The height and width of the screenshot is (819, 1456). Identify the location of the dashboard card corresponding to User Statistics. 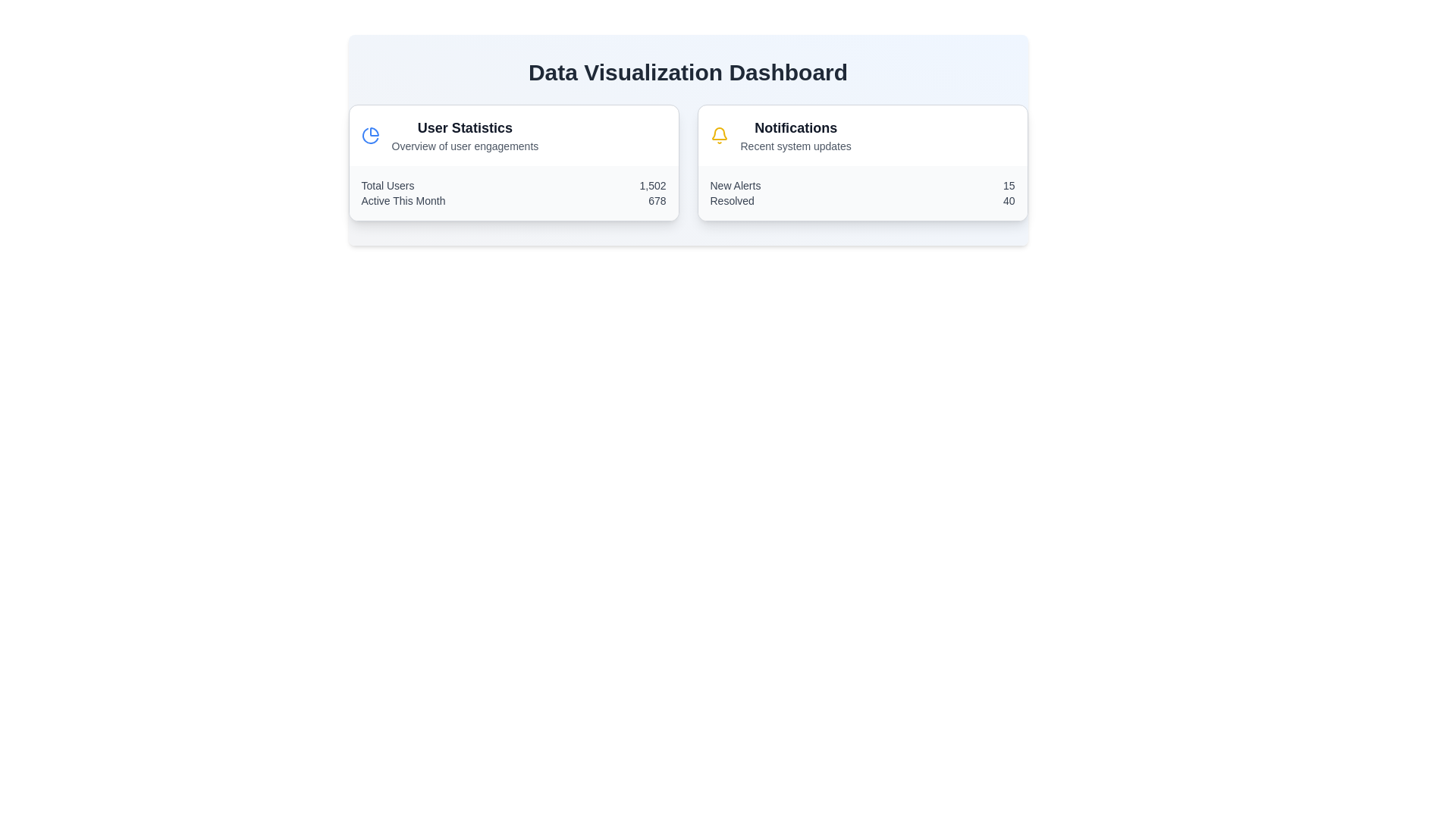
(513, 163).